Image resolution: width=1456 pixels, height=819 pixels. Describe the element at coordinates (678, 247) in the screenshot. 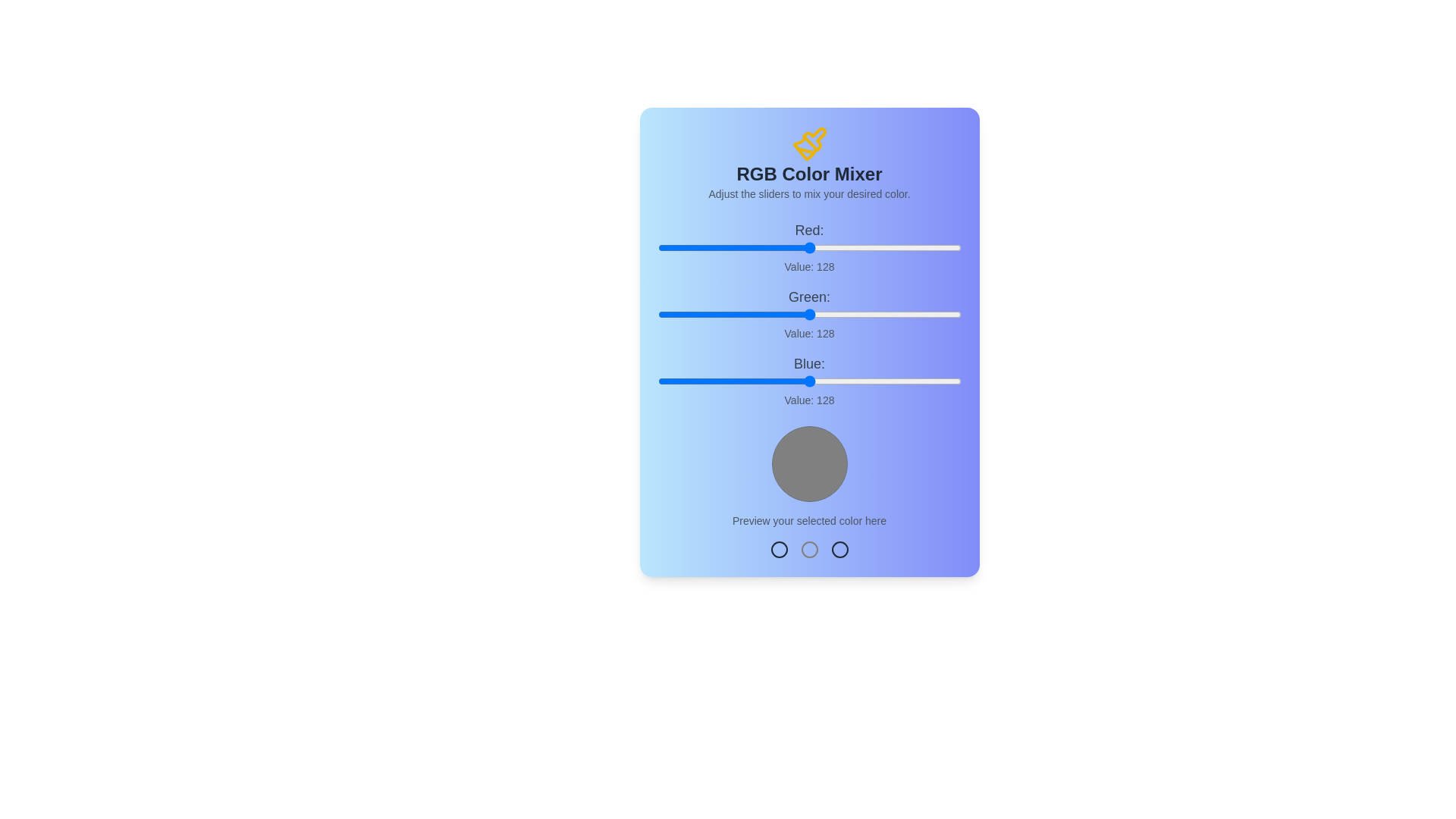

I see `the red slider to set the red component to 18` at that location.